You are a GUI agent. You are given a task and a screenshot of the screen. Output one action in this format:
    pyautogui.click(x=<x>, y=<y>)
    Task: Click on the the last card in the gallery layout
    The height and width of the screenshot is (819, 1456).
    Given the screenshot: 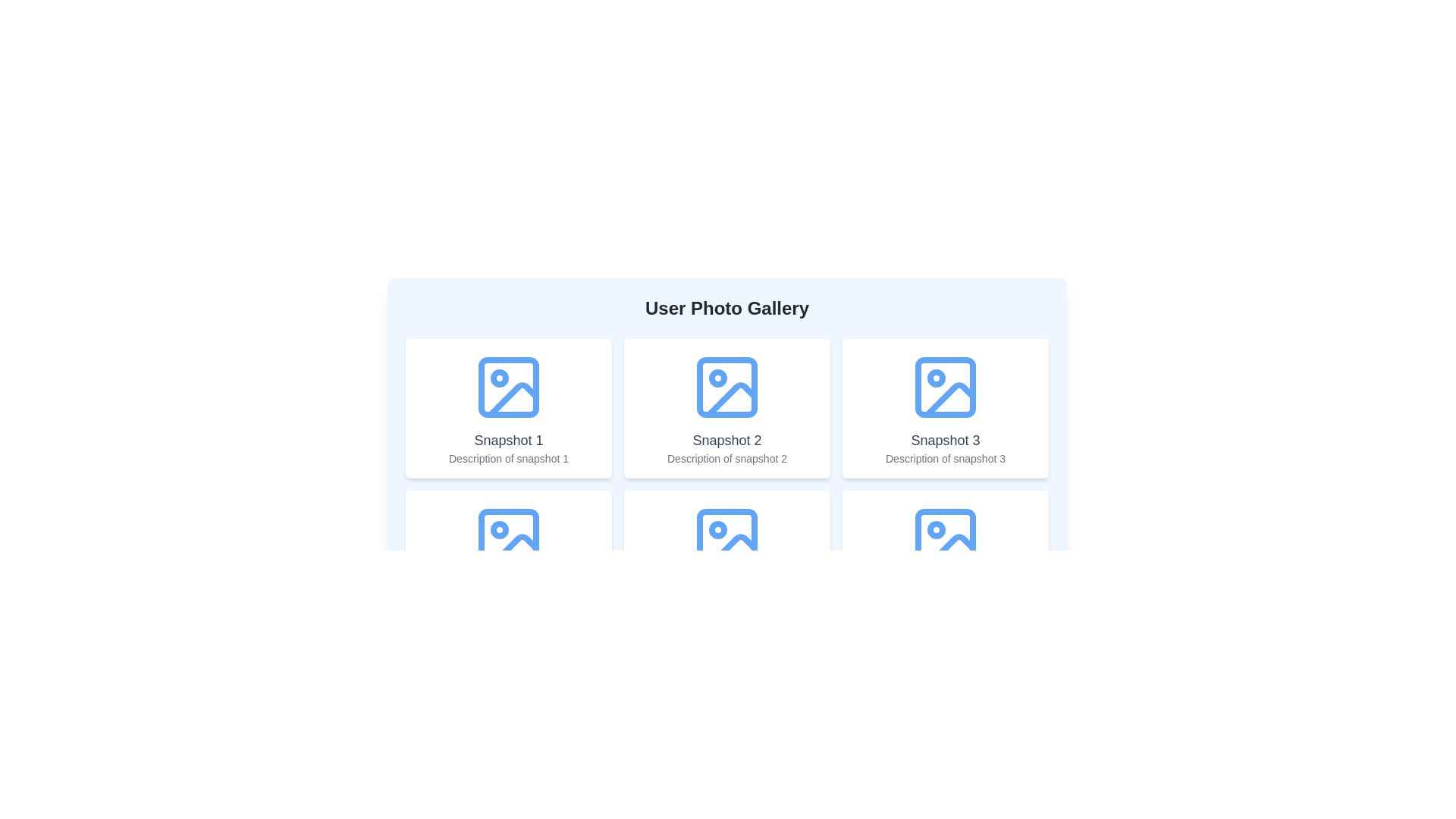 What is the action you would take?
    pyautogui.click(x=945, y=560)
    